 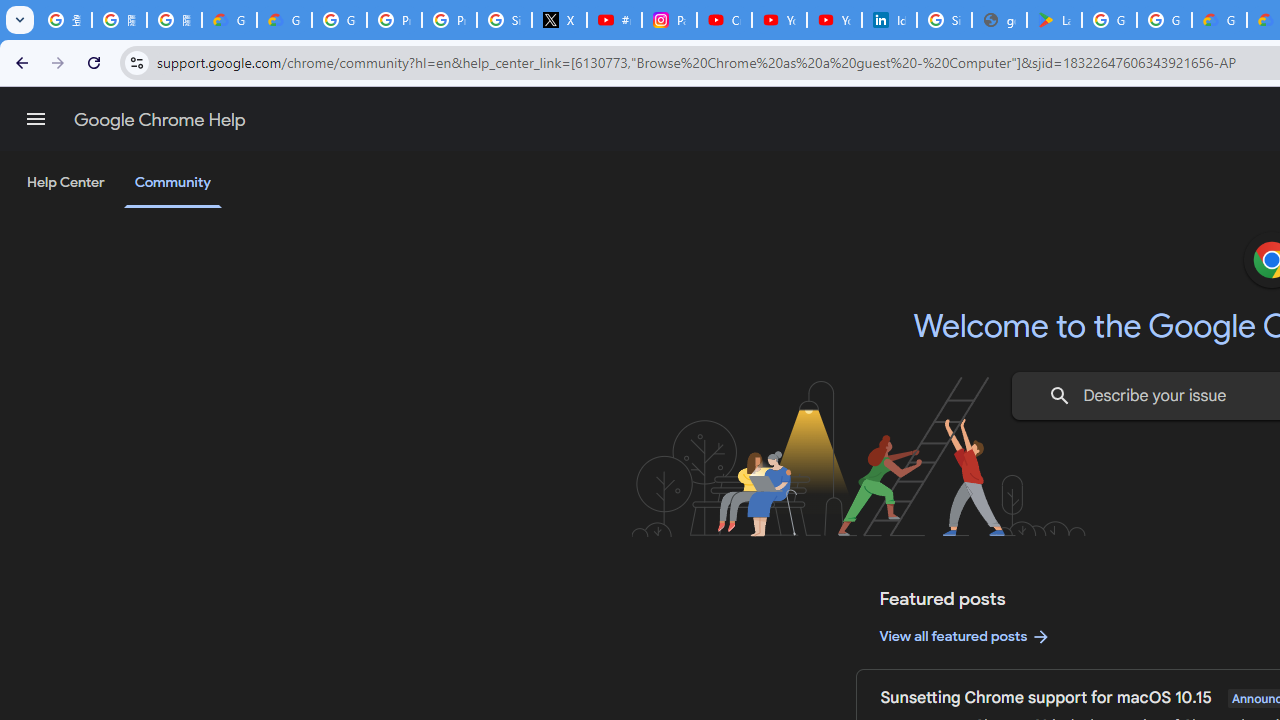 What do you see at coordinates (833, 20) in the screenshot?
I see `'YouTube Culture & Trends - YouTube Top 10, 2021'` at bounding box center [833, 20].